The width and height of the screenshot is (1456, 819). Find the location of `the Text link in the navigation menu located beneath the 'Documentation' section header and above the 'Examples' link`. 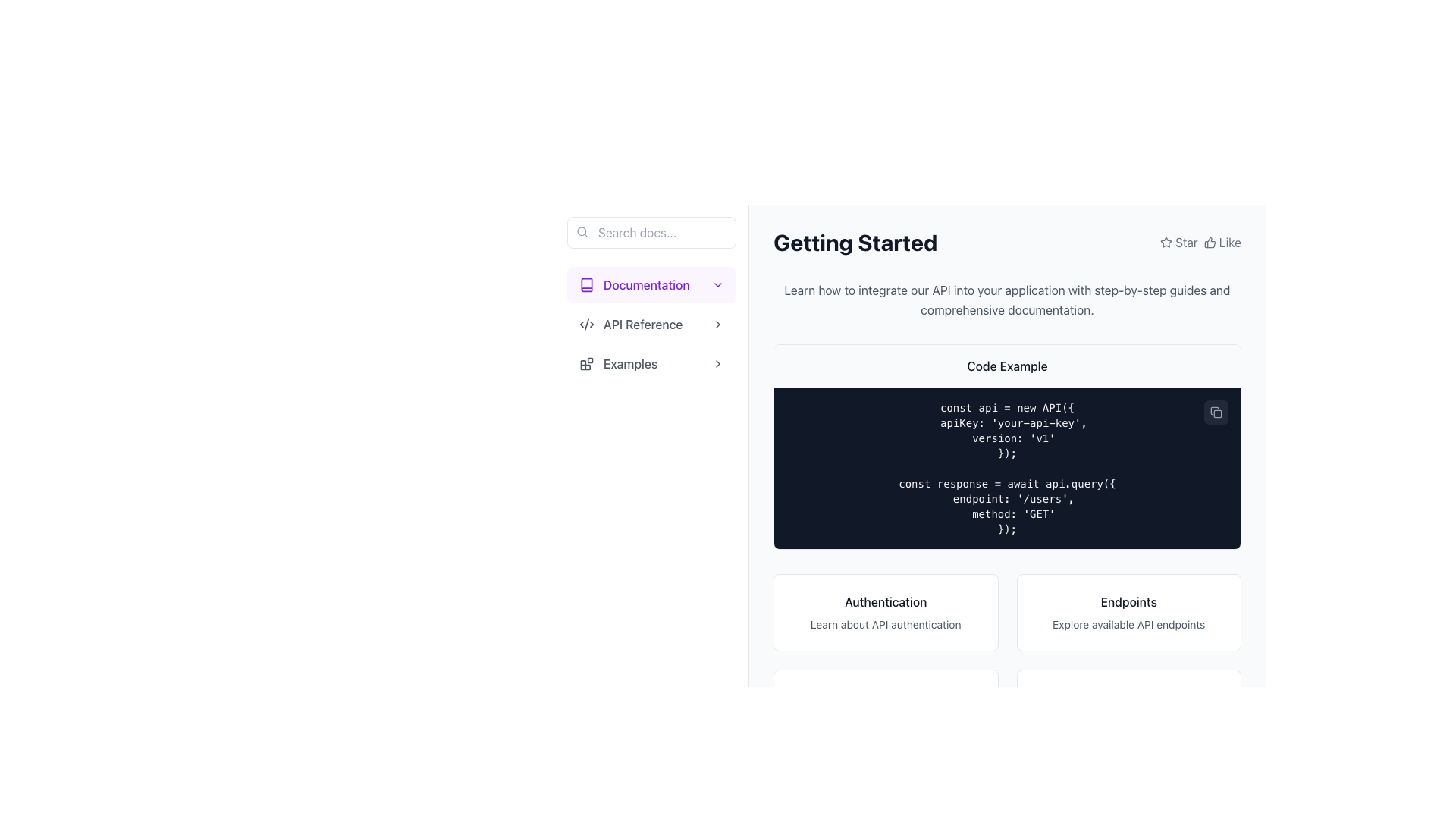

the Text link in the navigation menu located beneath the 'Documentation' section header and above the 'Examples' link is located at coordinates (643, 324).